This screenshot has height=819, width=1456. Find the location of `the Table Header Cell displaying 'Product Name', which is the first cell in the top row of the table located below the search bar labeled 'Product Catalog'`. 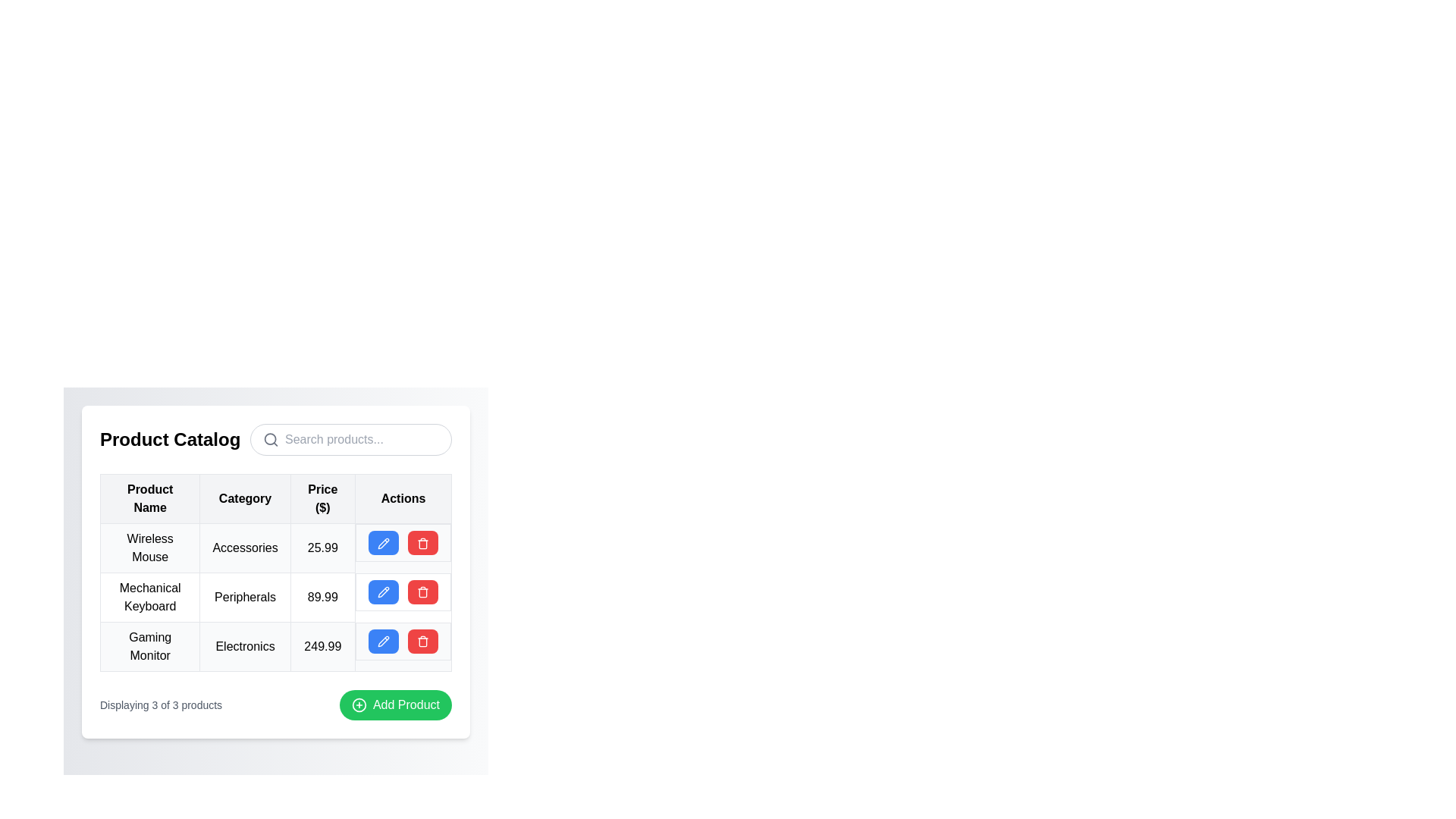

the Table Header Cell displaying 'Product Name', which is the first cell in the top row of the table located below the search bar labeled 'Product Catalog' is located at coordinates (150, 499).